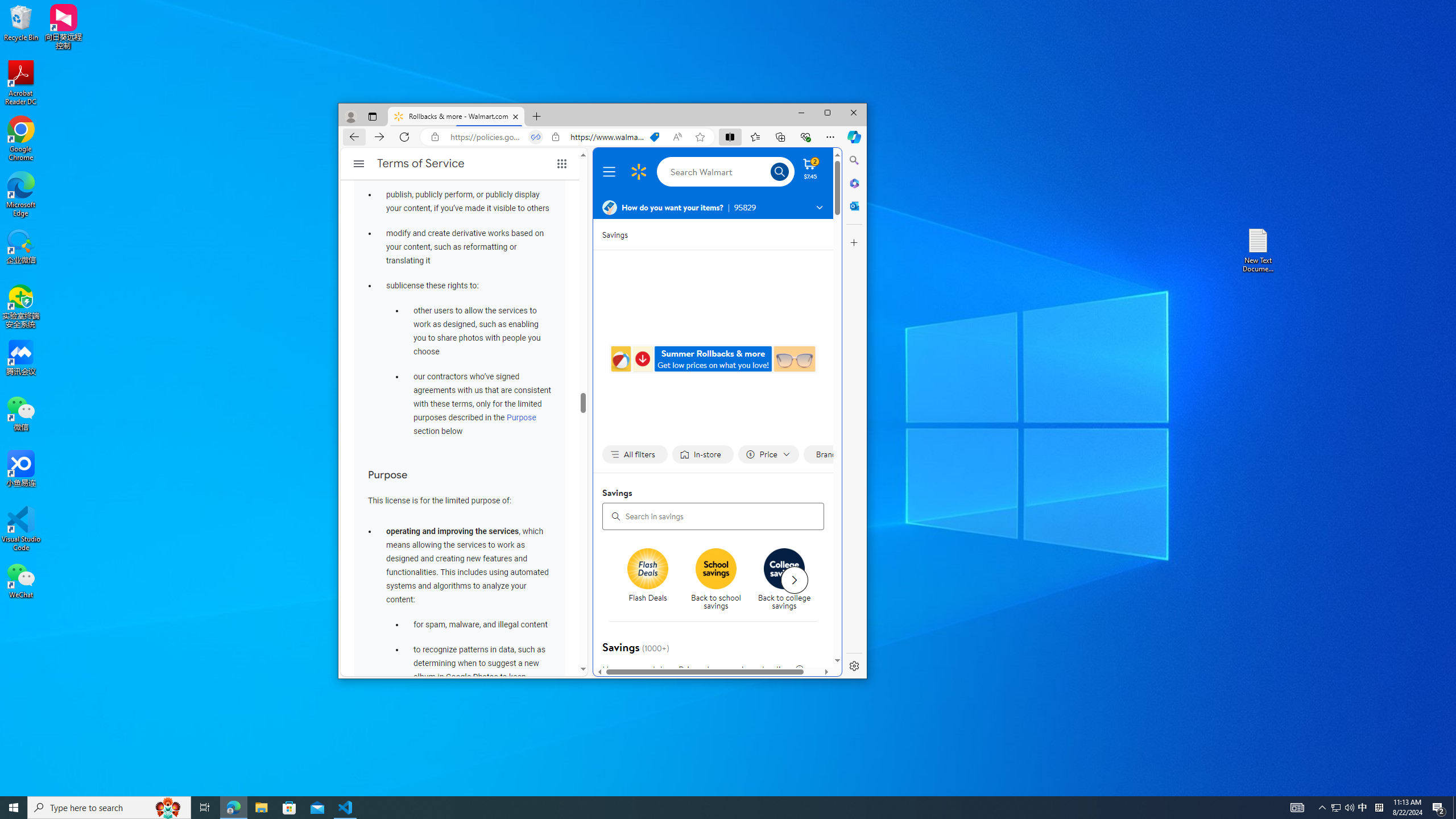  I want to click on 'Tabs in split screen', so click(535, 136).